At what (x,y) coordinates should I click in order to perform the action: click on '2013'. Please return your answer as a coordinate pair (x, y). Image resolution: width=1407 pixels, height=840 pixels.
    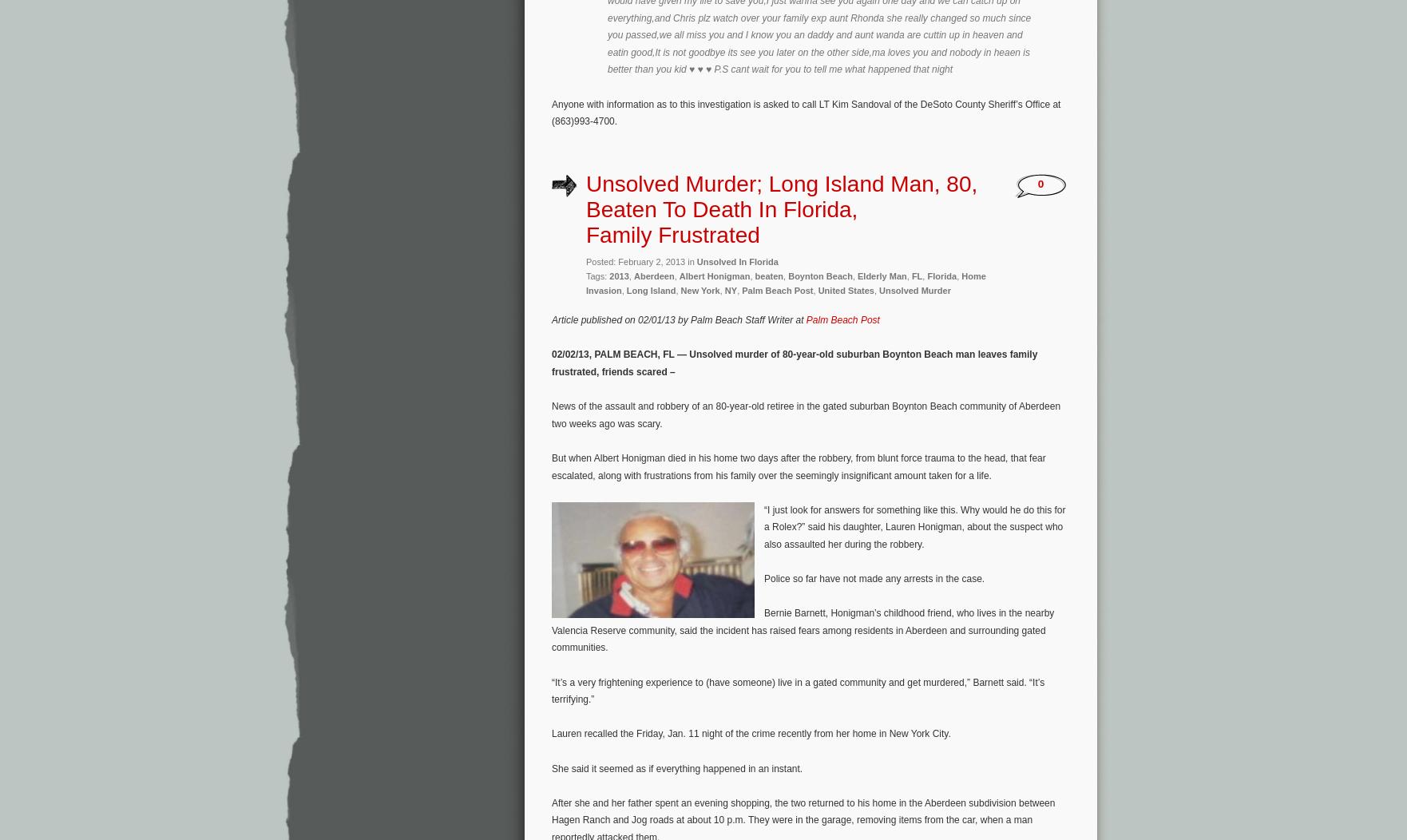
    Looking at the image, I should click on (617, 275).